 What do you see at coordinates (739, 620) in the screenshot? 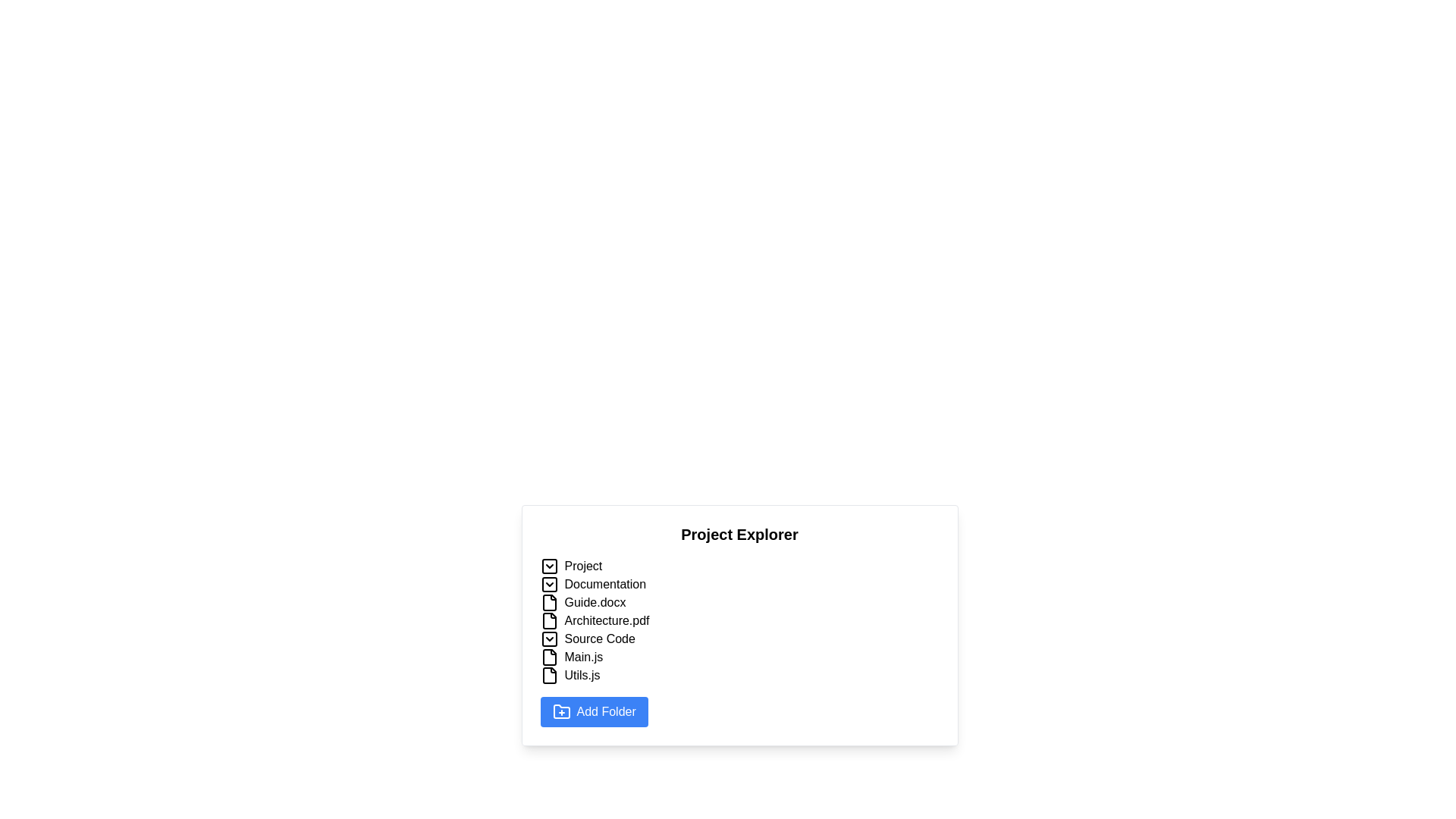
I see `the file entry 'Architecture.pdf' located` at bounding box center [739, 620].